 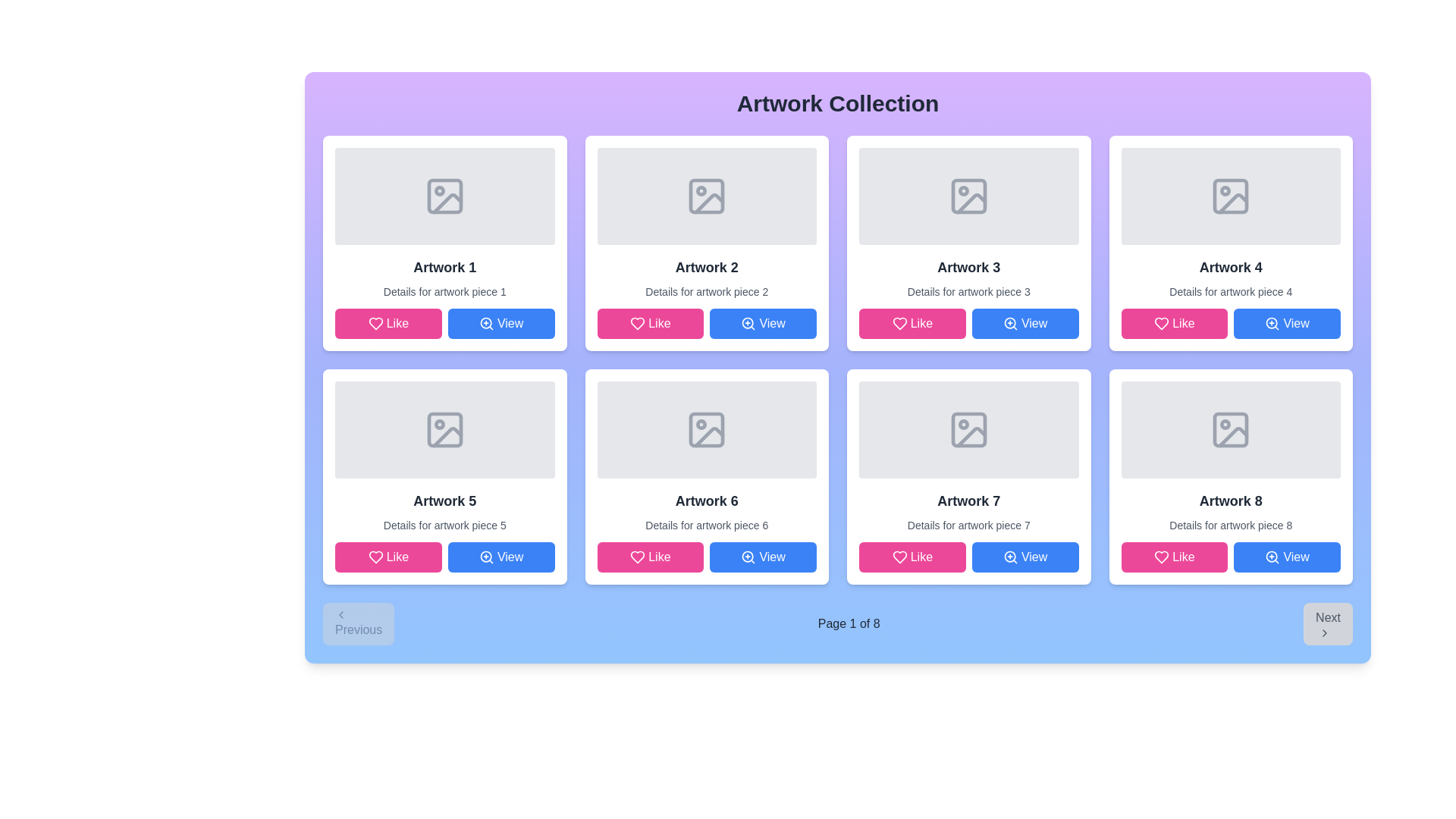 I want to click on the zoom-in icon embedded inside the 'View' button located in the lower-right side of the card for 'Artwork 5', so click(x=486, y=557).